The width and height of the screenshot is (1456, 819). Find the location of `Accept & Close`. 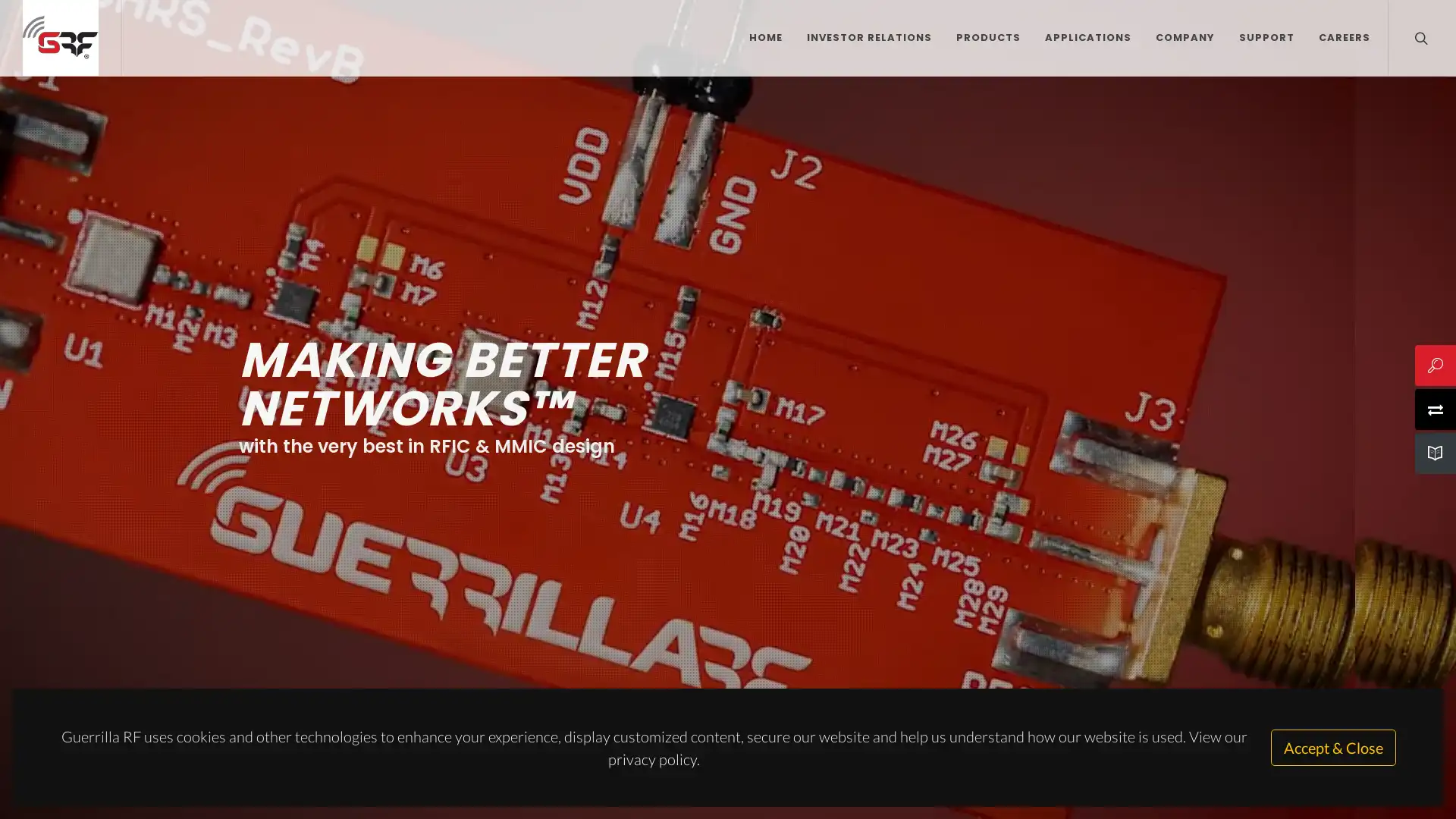

Accept & Close is located at coordinates (1332, 747).